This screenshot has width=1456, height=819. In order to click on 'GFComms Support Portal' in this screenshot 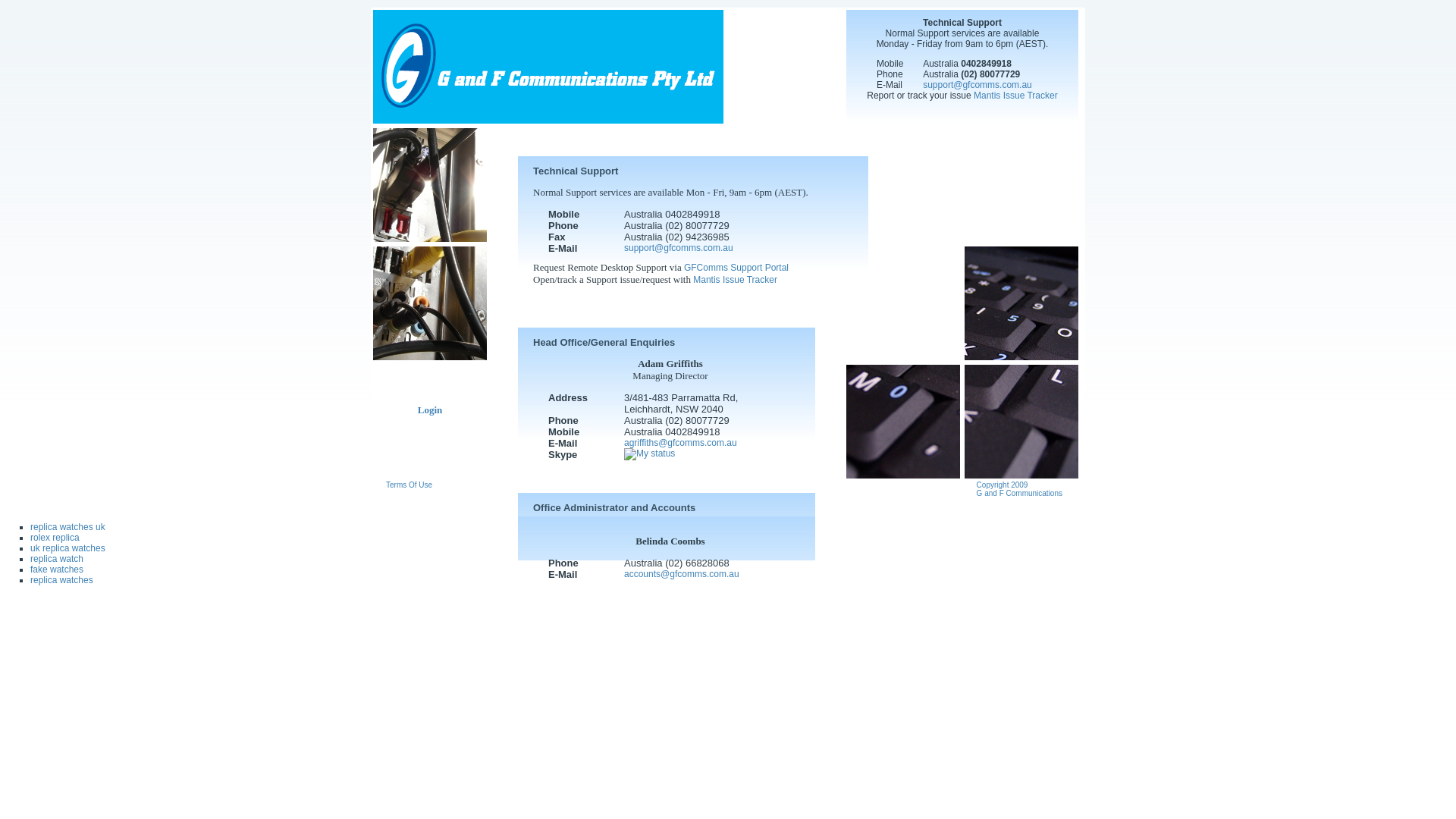, I will do `click(736, 267)`.